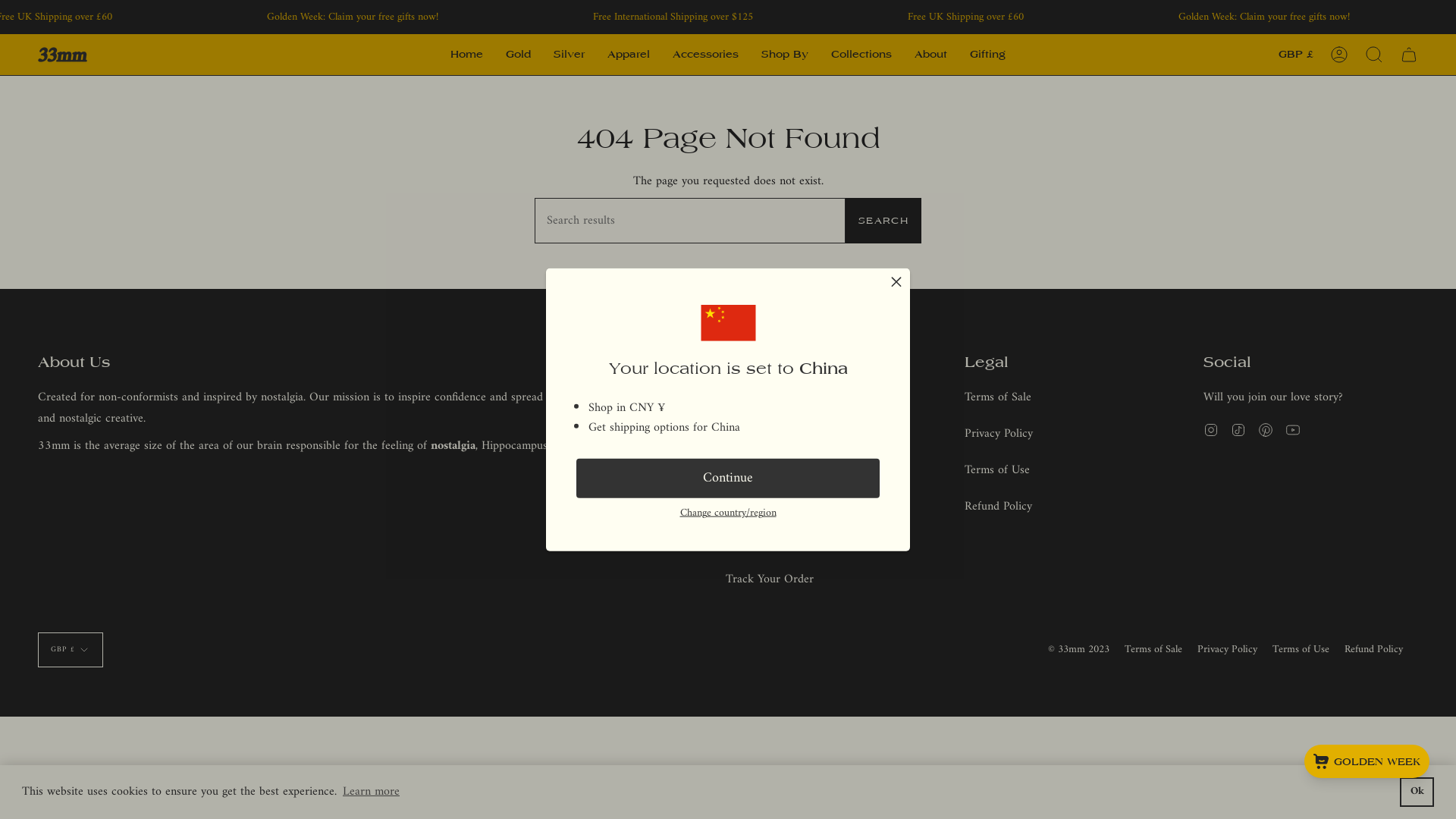 The height and width of the screenshot is (819, 1456). What do you see at coordinates (371, 791) in the screenshot?
I see `'Learn more'` at bounding box center [371, 791].